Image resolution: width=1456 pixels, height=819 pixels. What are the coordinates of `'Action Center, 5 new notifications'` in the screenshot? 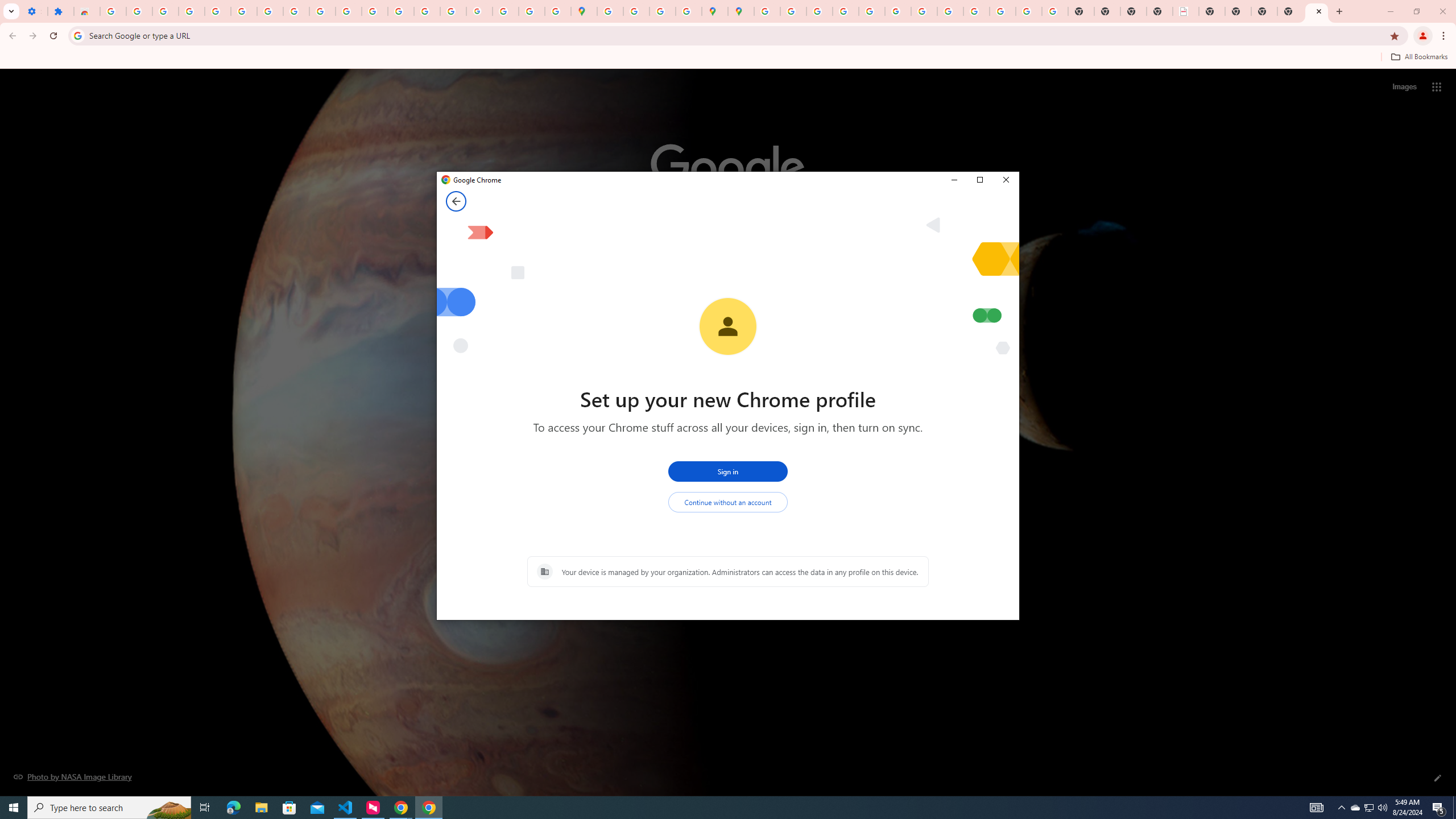 It's located at (1439, 806).